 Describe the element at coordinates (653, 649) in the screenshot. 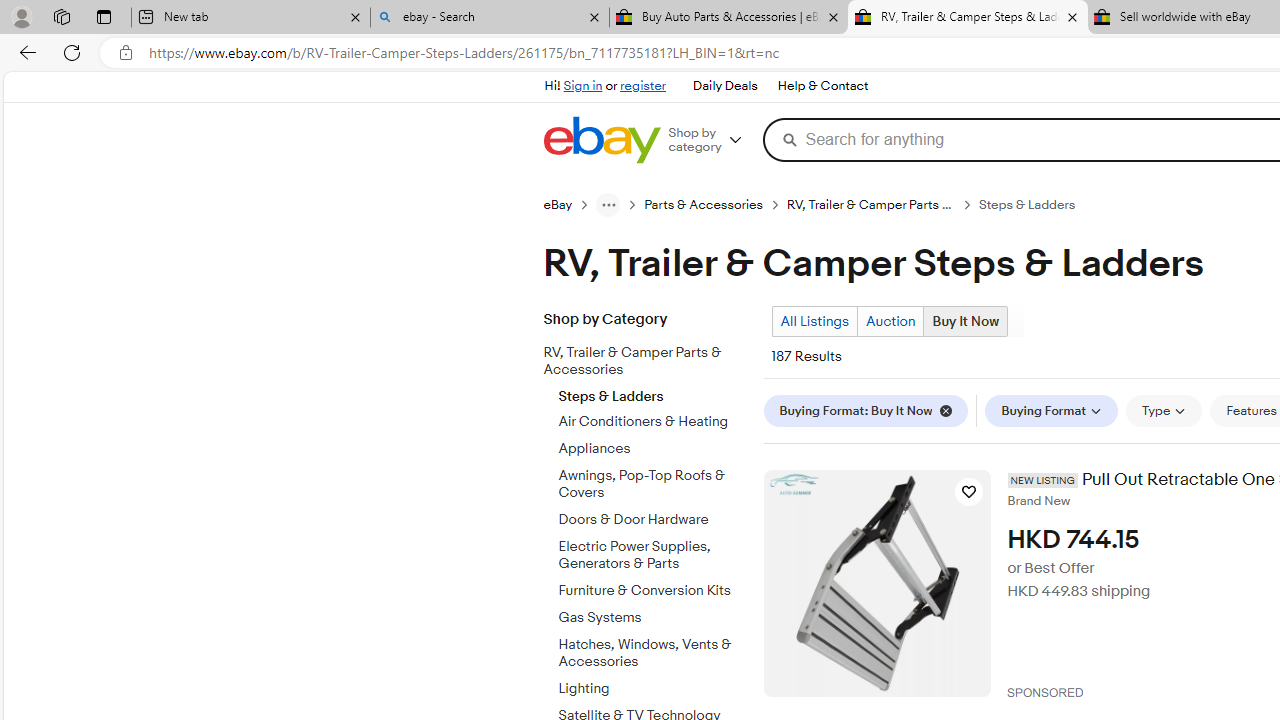

I see `'Hatches, Windows, Vents & Accessories'` at that location.